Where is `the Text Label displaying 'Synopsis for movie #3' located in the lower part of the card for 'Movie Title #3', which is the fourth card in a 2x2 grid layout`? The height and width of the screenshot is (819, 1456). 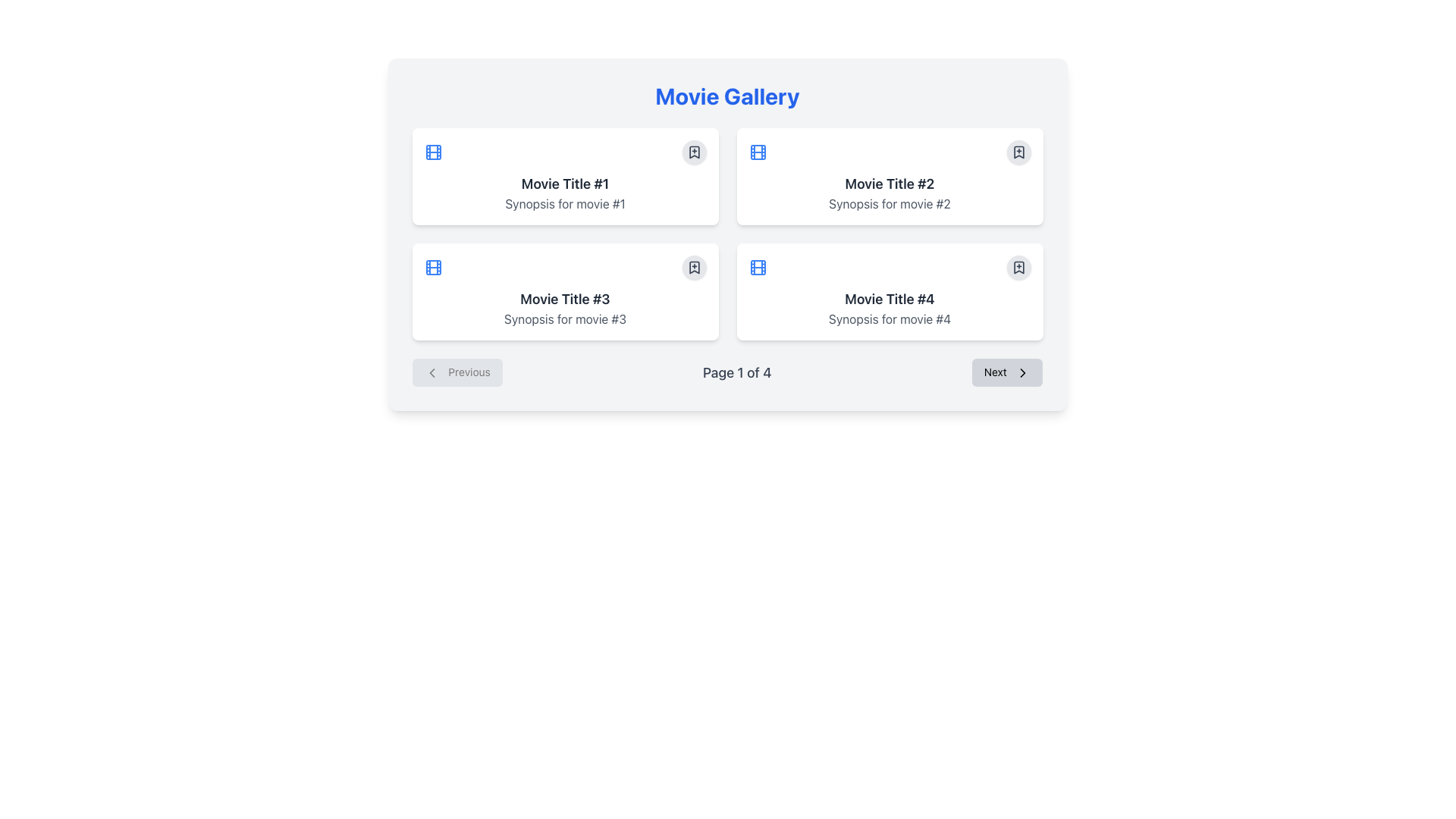 the Text Label displaying 'Synopsis for movie #3' located in the lower part of the card for 'Movie Title #3', which is the fourth card in a 2x2 grid layout is located at coordinates (564, 318).